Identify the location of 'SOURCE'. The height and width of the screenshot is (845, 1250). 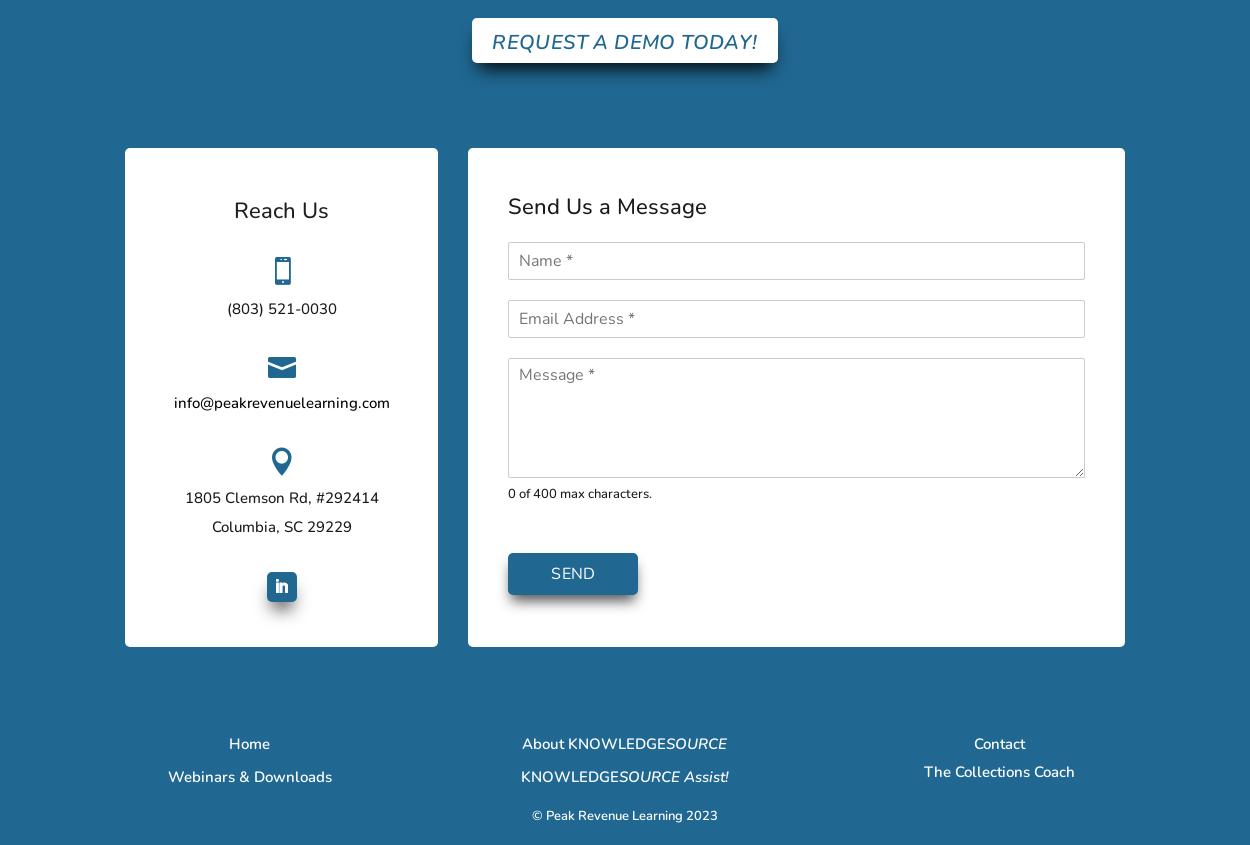
(695, 742).